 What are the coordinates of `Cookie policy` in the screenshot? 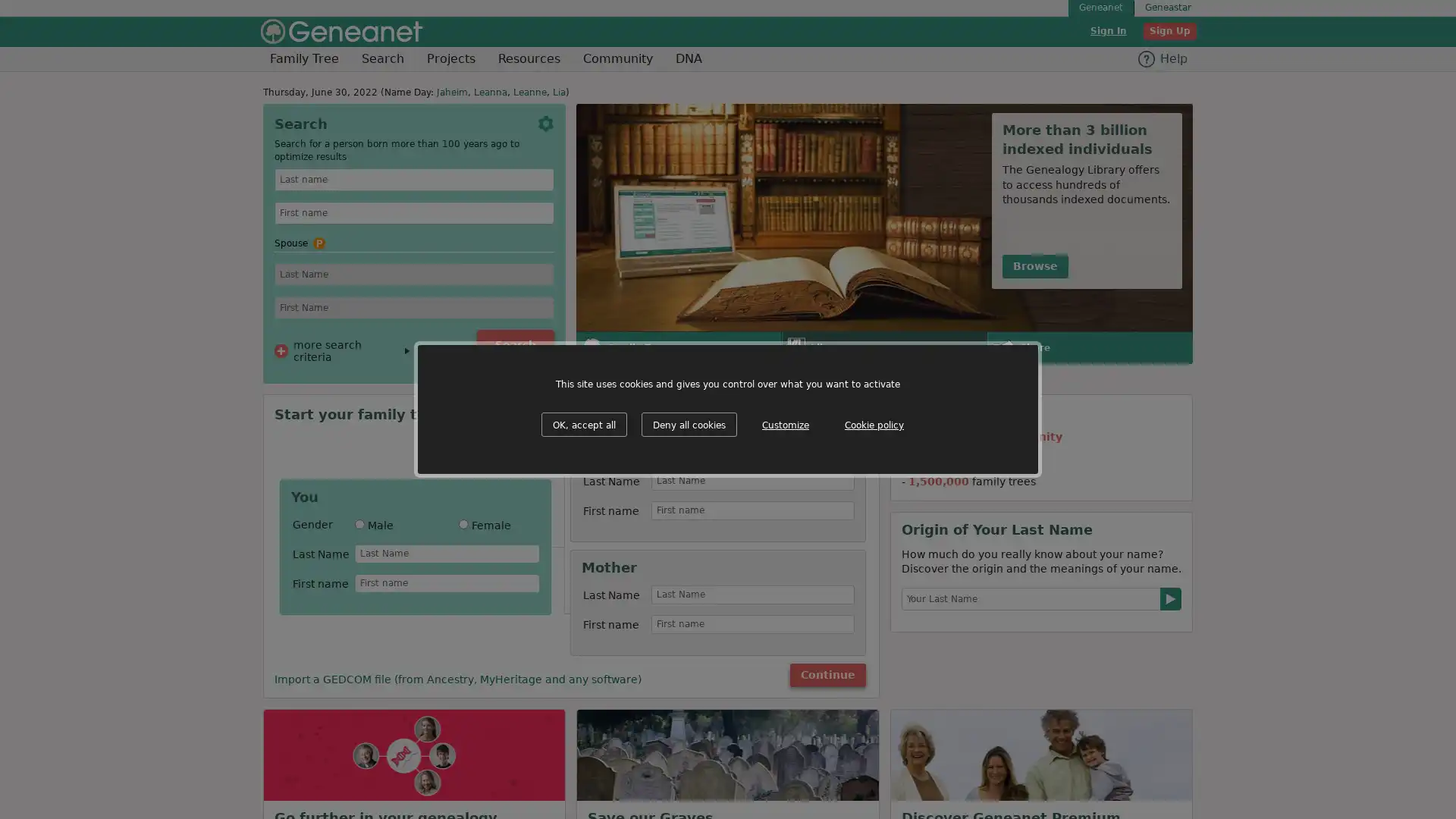 It's located at (874, 425).